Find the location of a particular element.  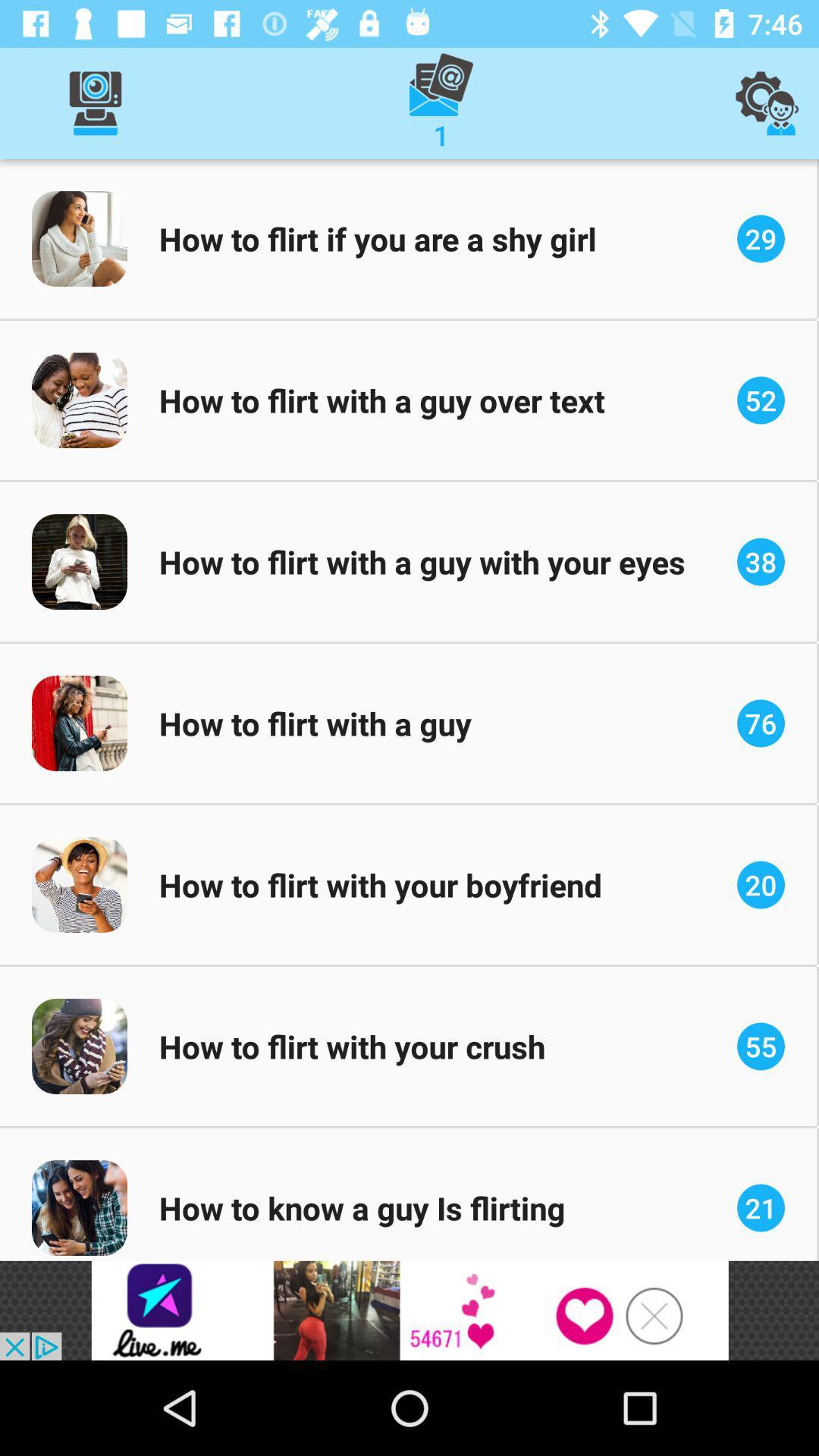

the message option which is on the top of the page is located at coordinates (441, 102).